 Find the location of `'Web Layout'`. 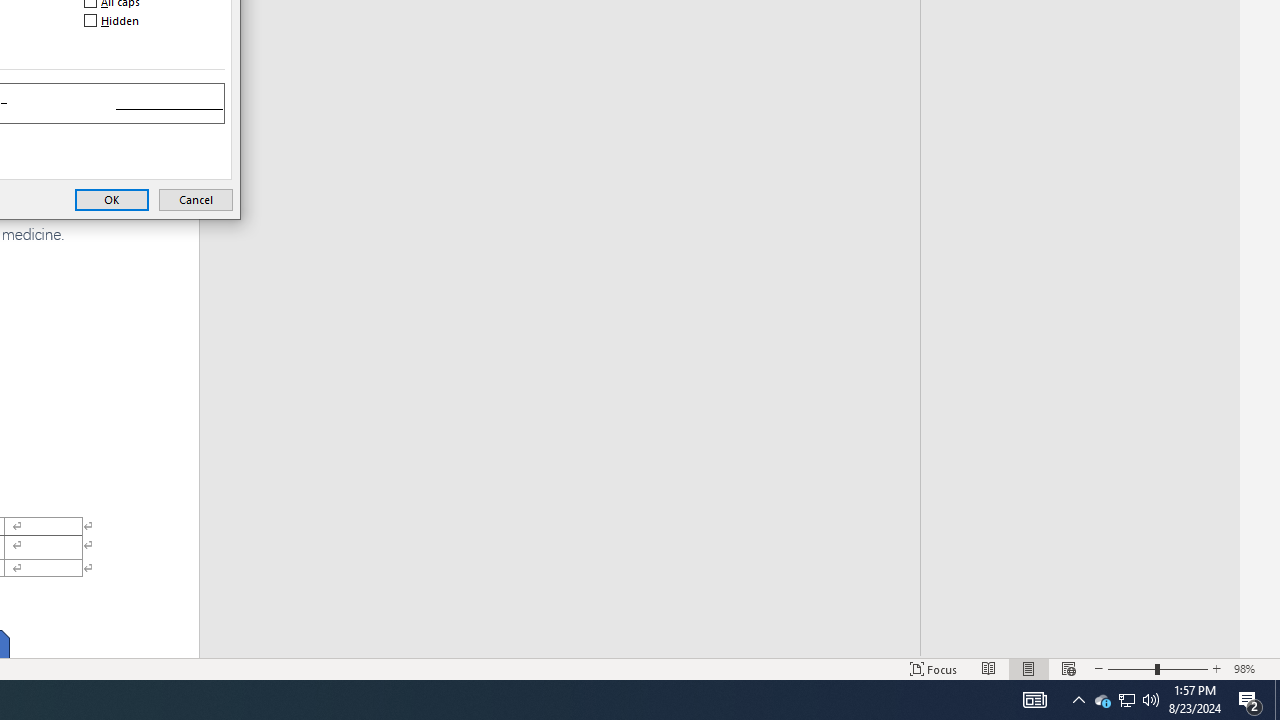

'Web Layout' is located at coordinates (1068, 669).